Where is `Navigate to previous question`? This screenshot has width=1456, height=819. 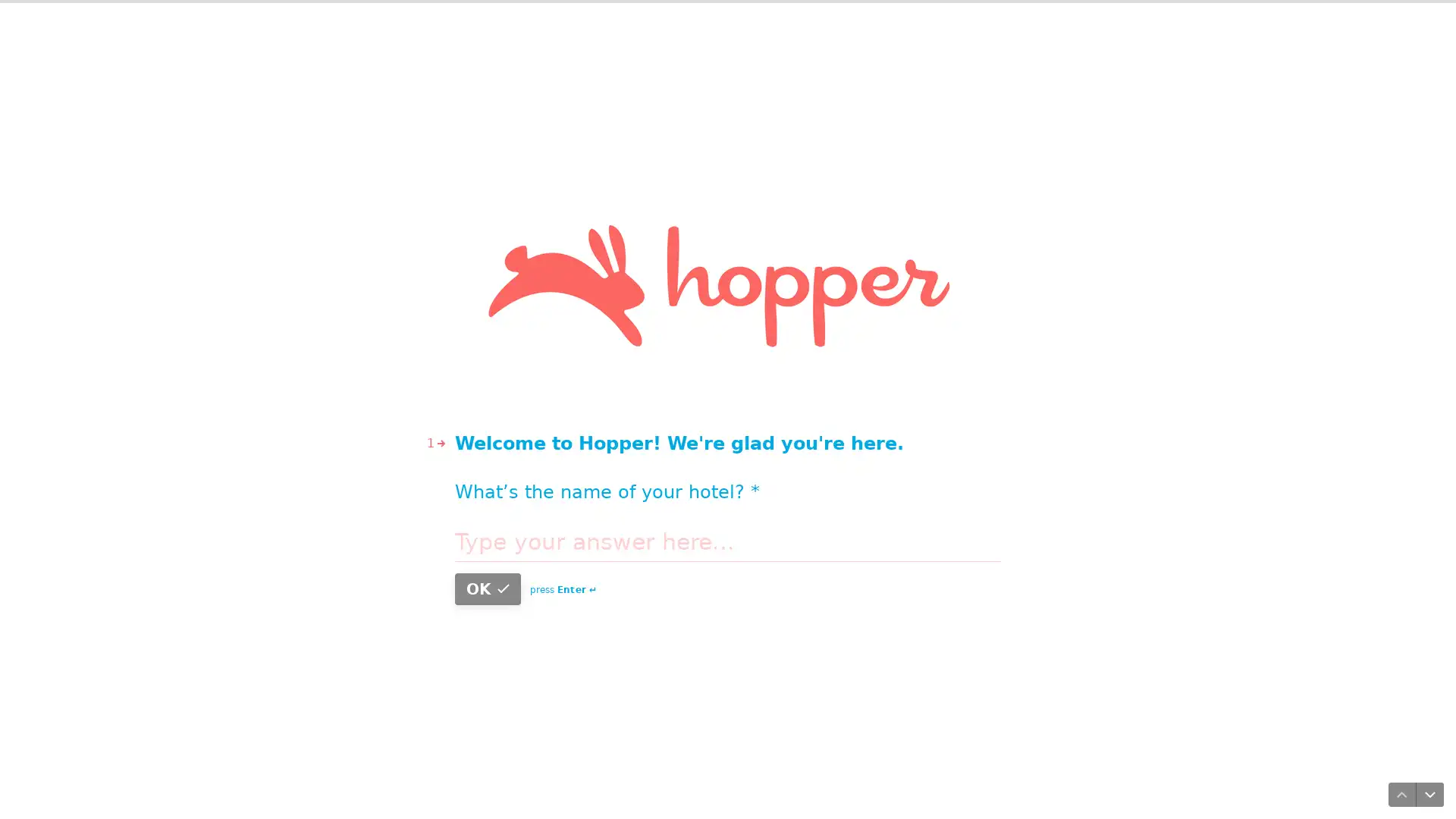
Navigate to previous question is located at coordinates (1395, 788).